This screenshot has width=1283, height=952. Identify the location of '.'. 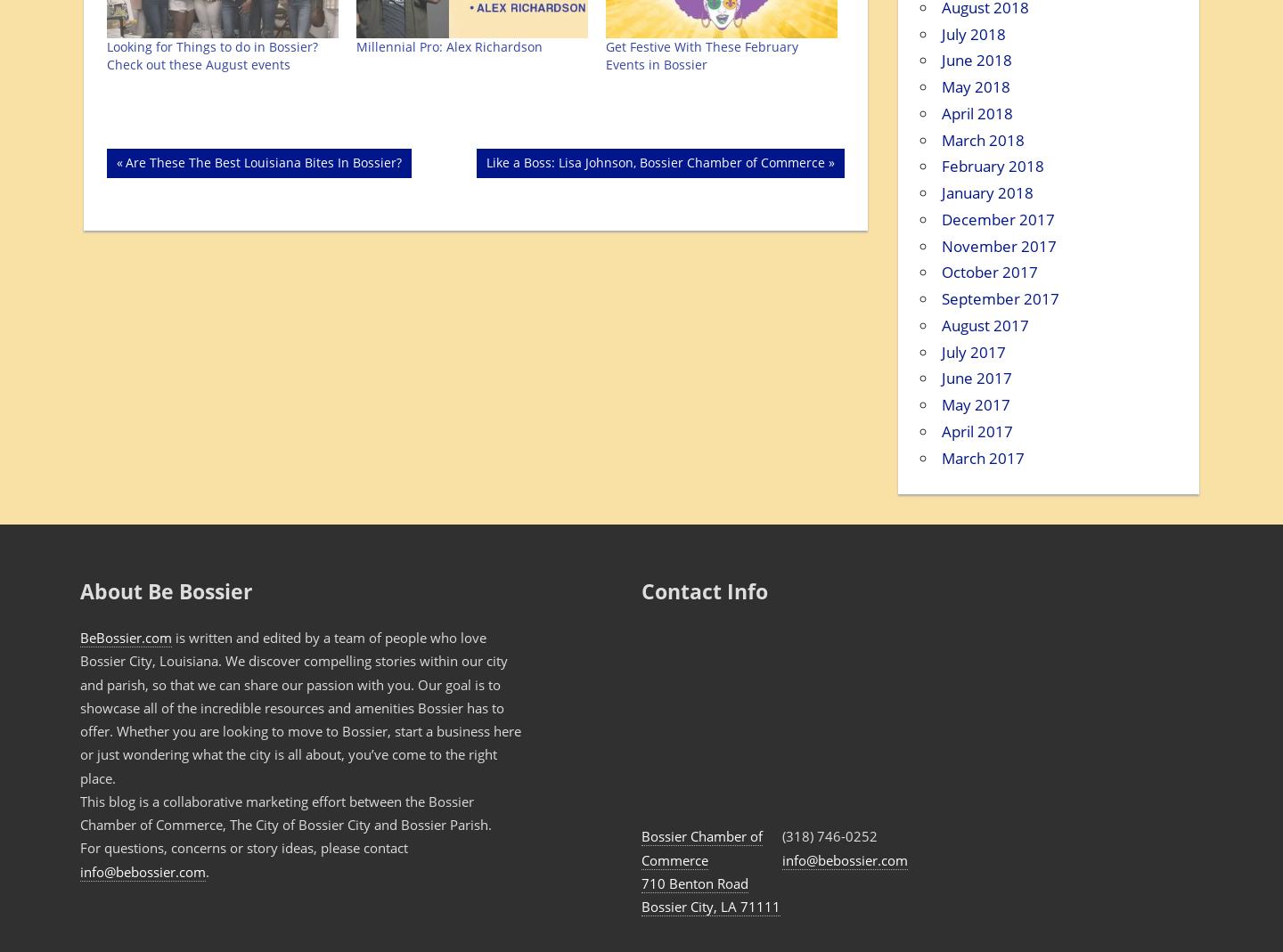
(207, 871).